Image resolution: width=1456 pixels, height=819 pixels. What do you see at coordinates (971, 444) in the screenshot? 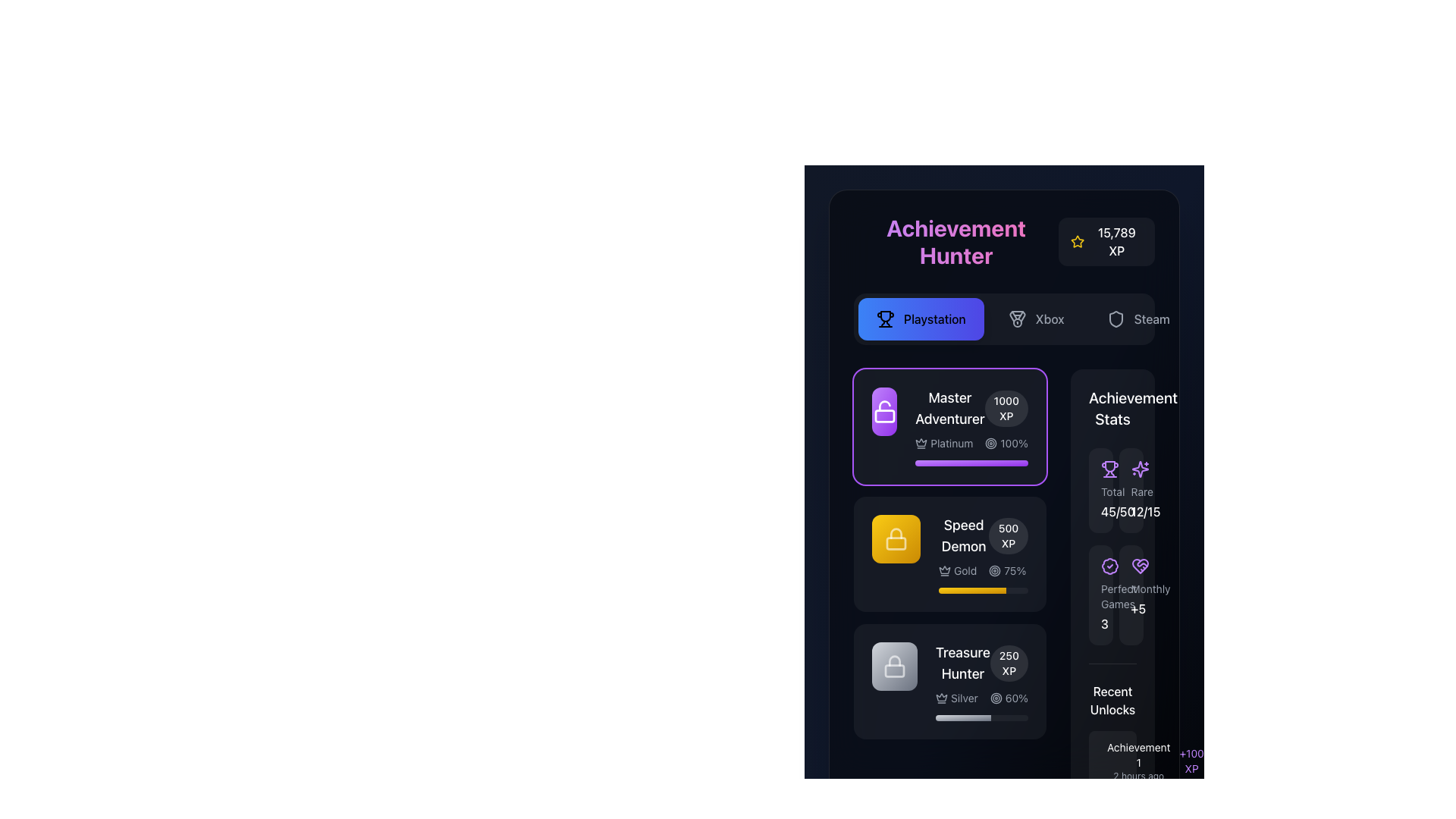
I see `the static display row containing the crown icon and text 'Platinum 100%' located in the lower section of the 'Master Adventurer' card` at bounding box center [971, 444].